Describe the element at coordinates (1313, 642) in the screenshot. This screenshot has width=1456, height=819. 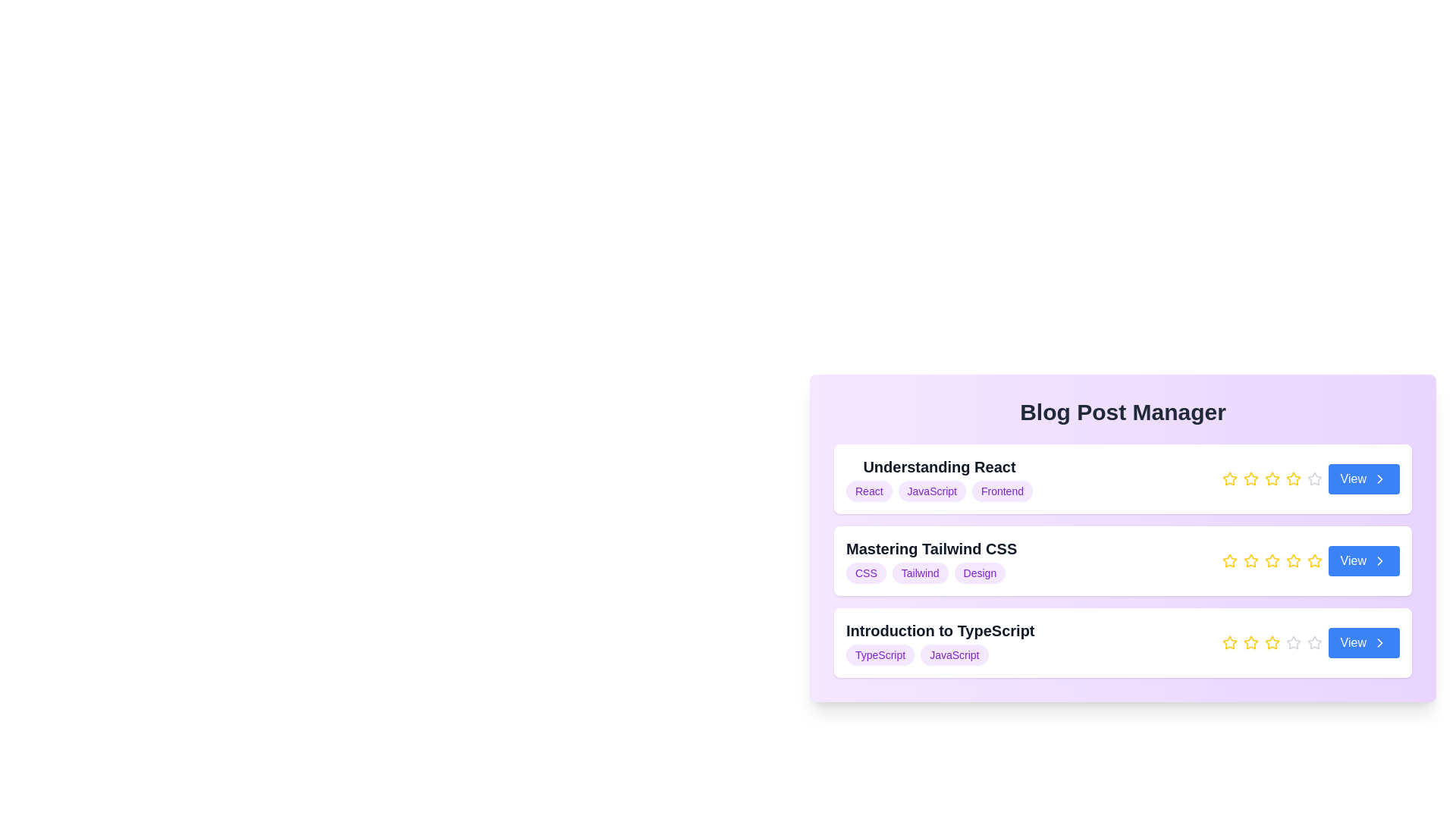
I see `the fourth star icon in the interactive rating system for the 'Introduction to TypeScript' post` at that location.